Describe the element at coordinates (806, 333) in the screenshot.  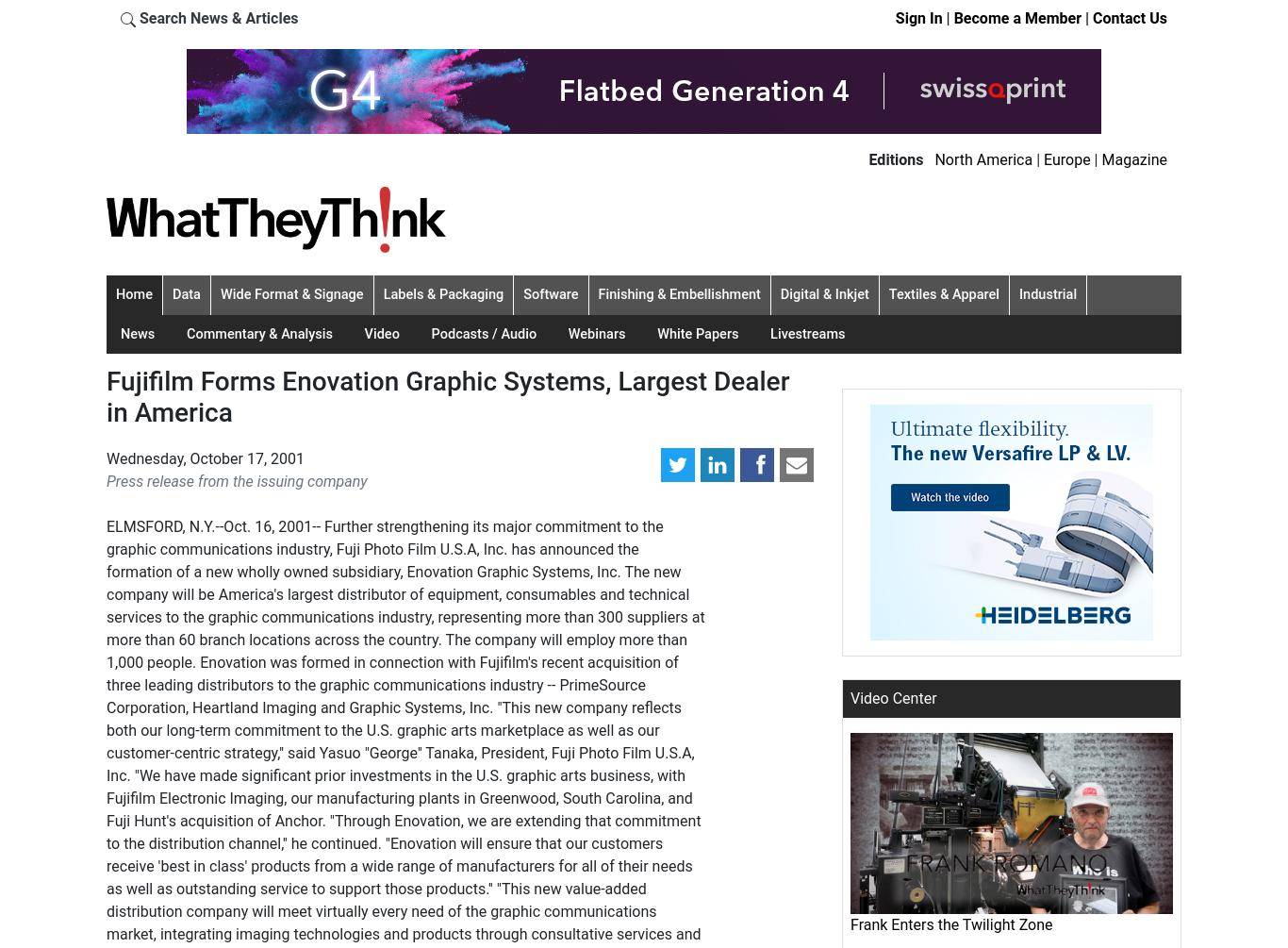
I see `'Livestreams'` at that location.